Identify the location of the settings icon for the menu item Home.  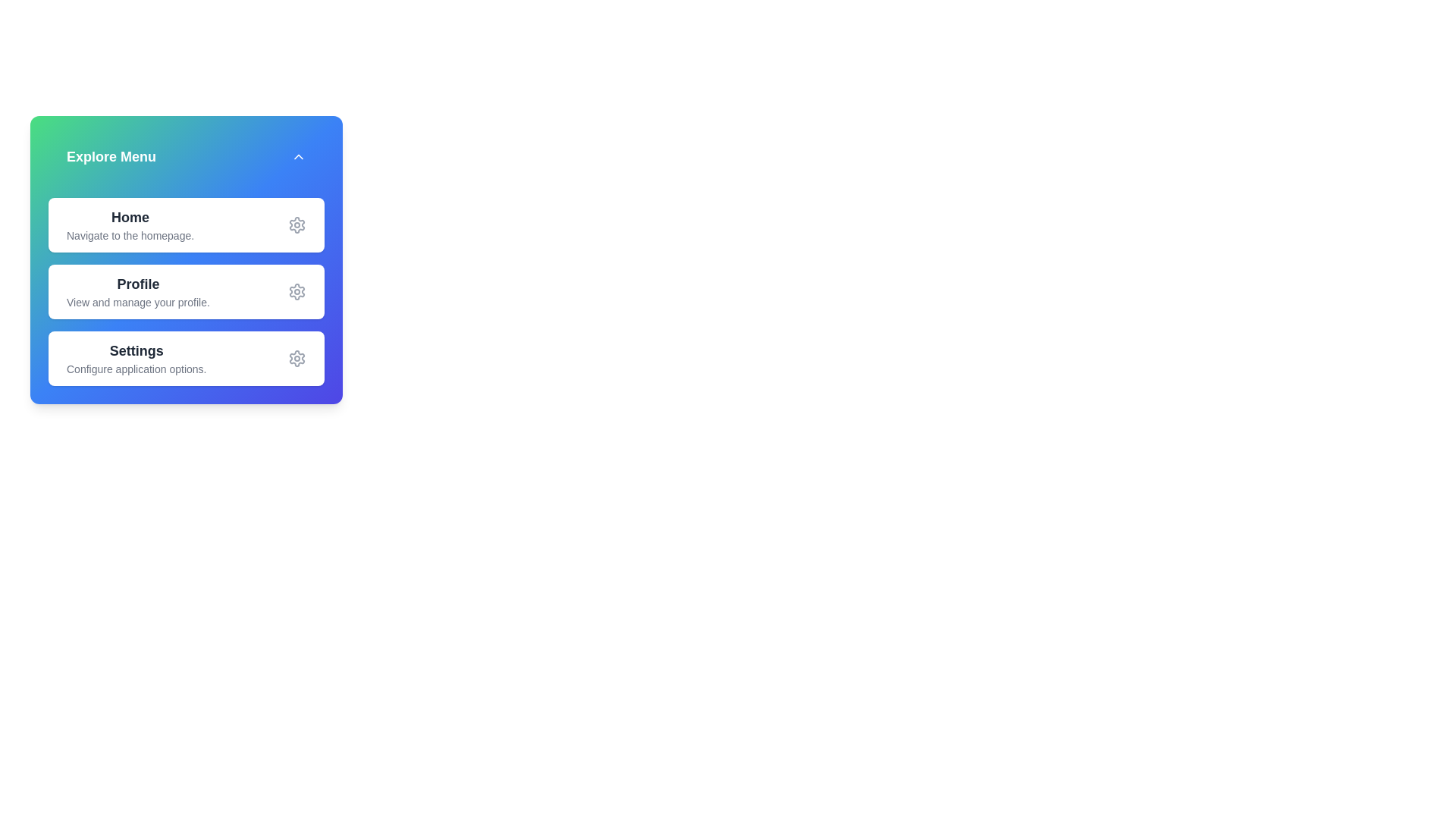
(297, 225).